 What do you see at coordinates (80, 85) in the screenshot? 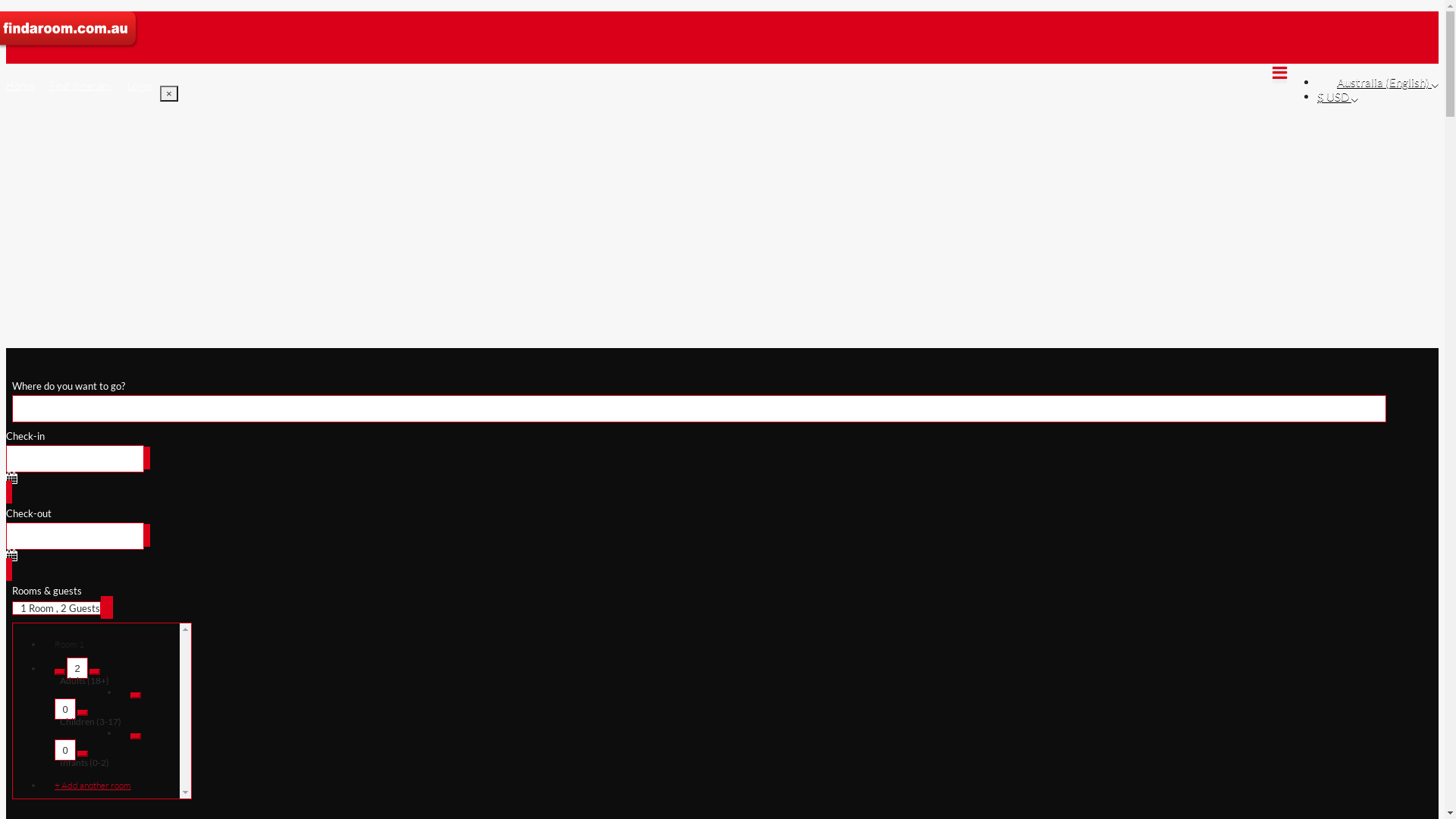
I see `'Find Itinerary'` at bounding box center [80, 85].